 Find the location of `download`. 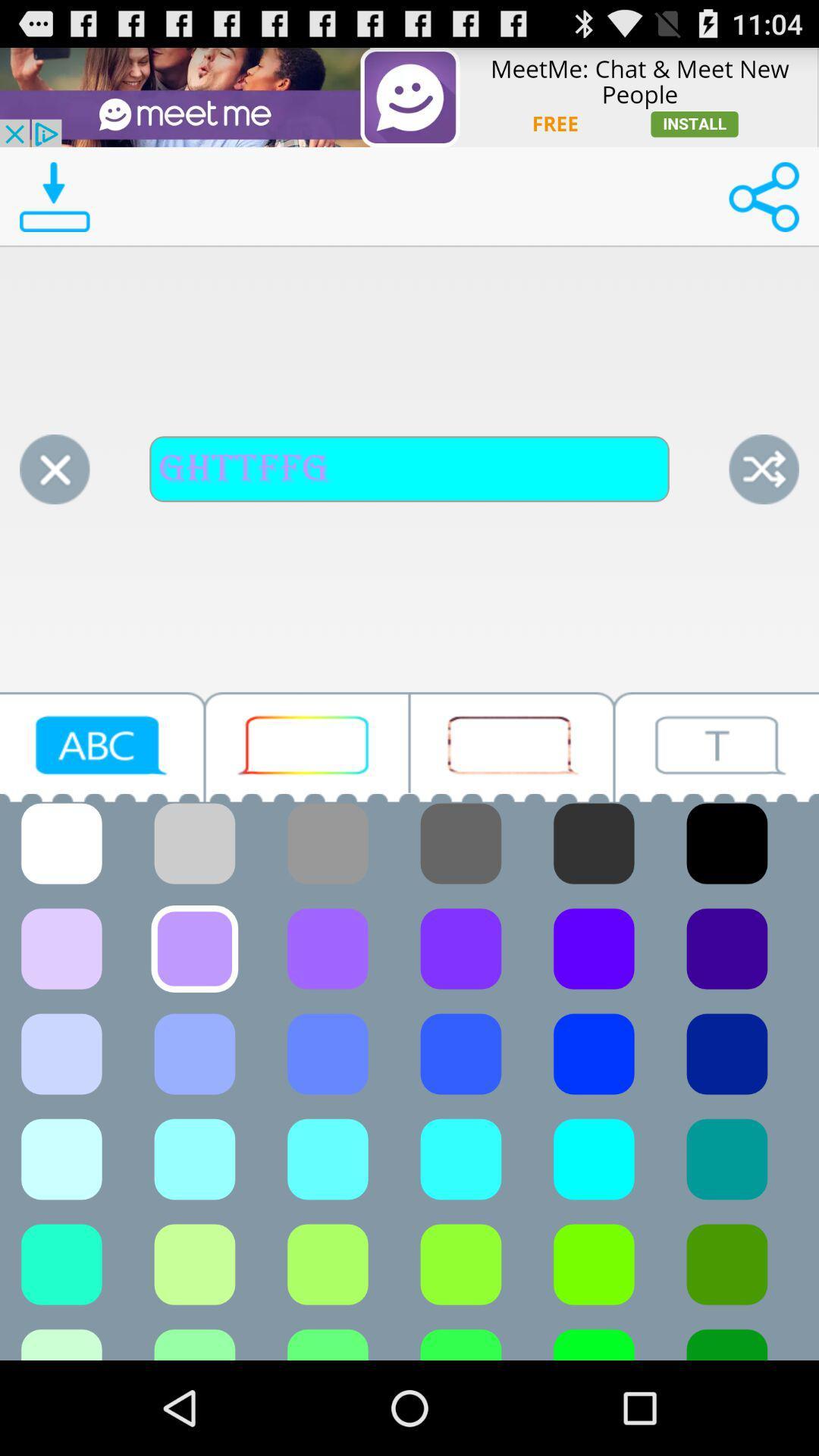

download is located at coordinates (54, 196).